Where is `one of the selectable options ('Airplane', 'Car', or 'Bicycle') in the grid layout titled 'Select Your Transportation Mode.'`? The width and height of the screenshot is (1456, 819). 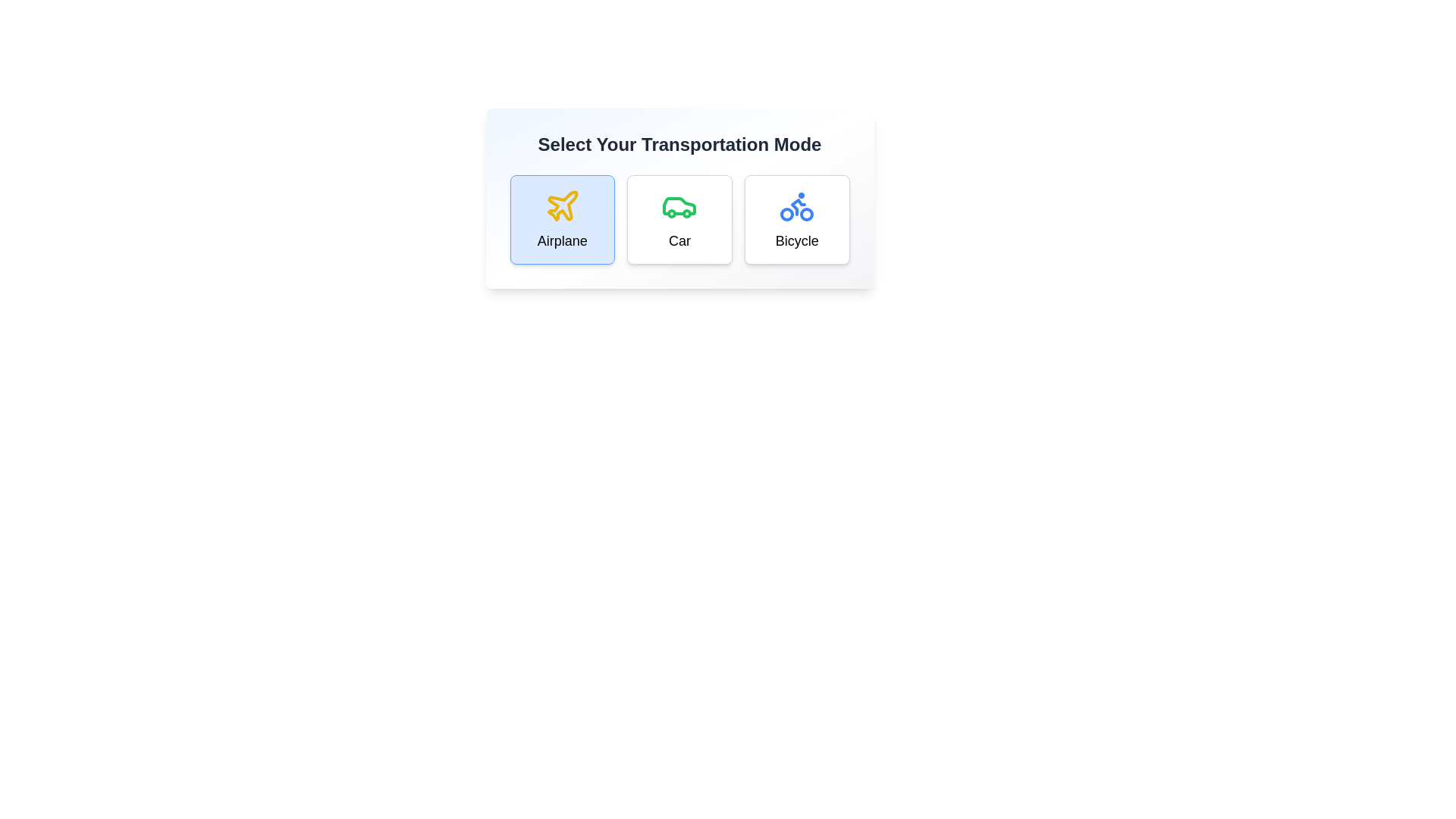
one of the selectable options ('Airplane', 'Car', or 'Bicycle') in the grid layout titled 'Select Your Transportation Mode.' is located at coordinates (679, 219).